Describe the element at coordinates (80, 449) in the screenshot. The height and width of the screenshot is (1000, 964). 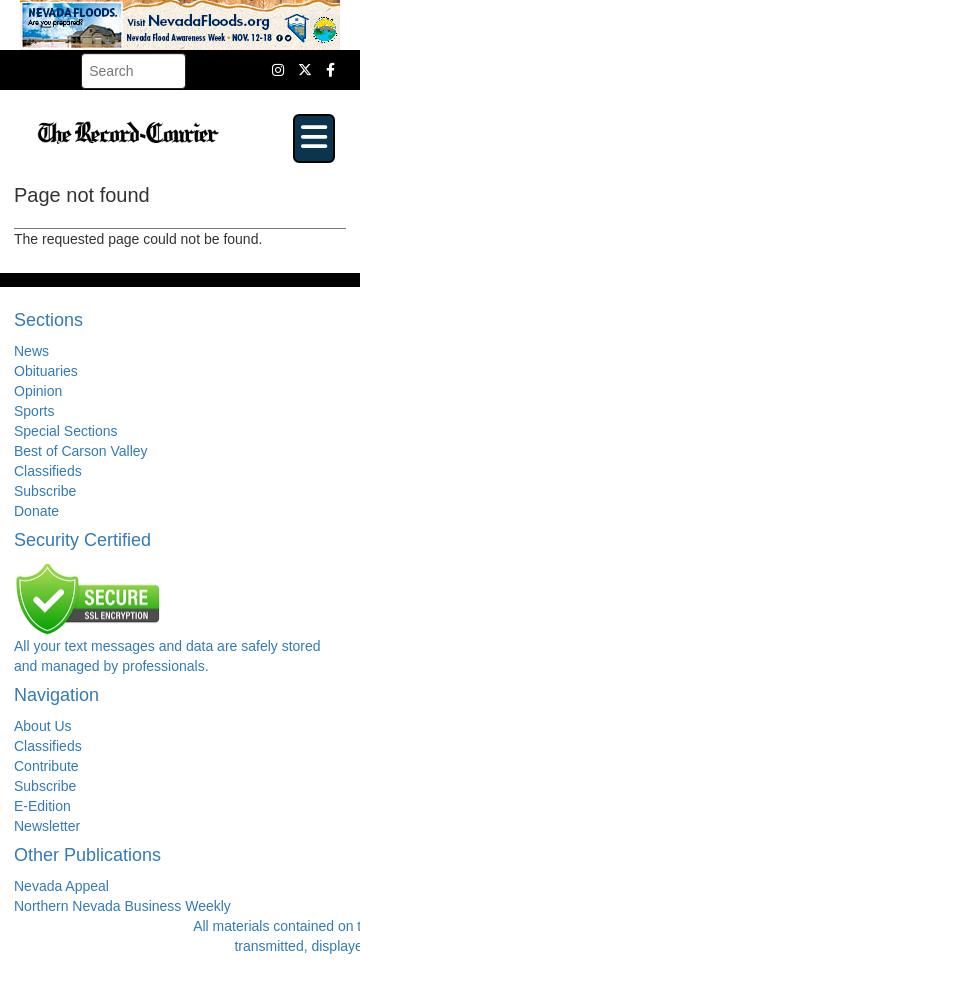
I see `'Best of Carson Valley'` at that location.